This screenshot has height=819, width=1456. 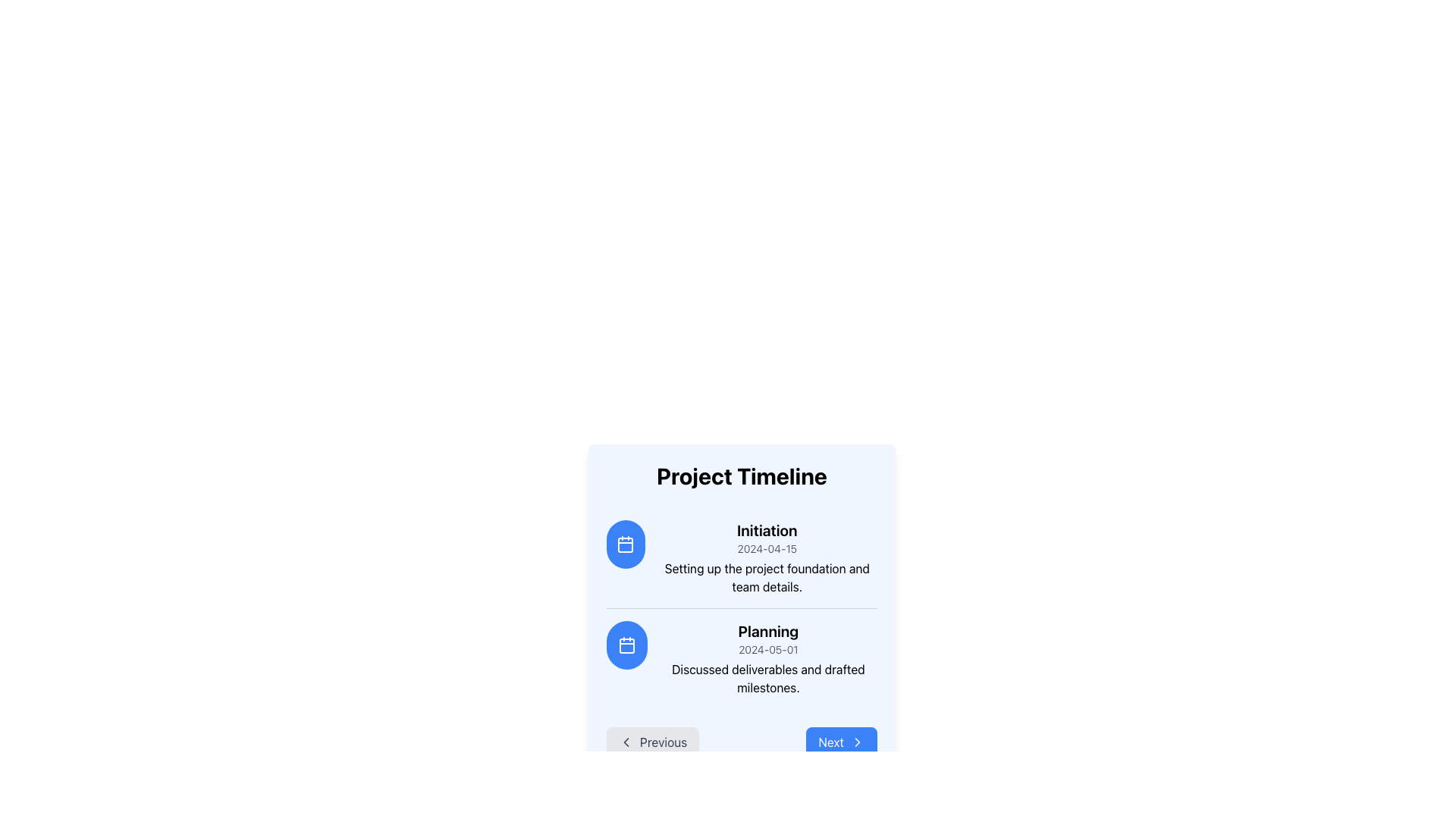 What do you see at coordinates (858, 742) in the screenshot?
I see `the 'Next' button that contains the triangular arrow icon pointing to the right, which is styled as a chevron and located at the bottom-right corner of the interface` at bounding box center [858, 742].